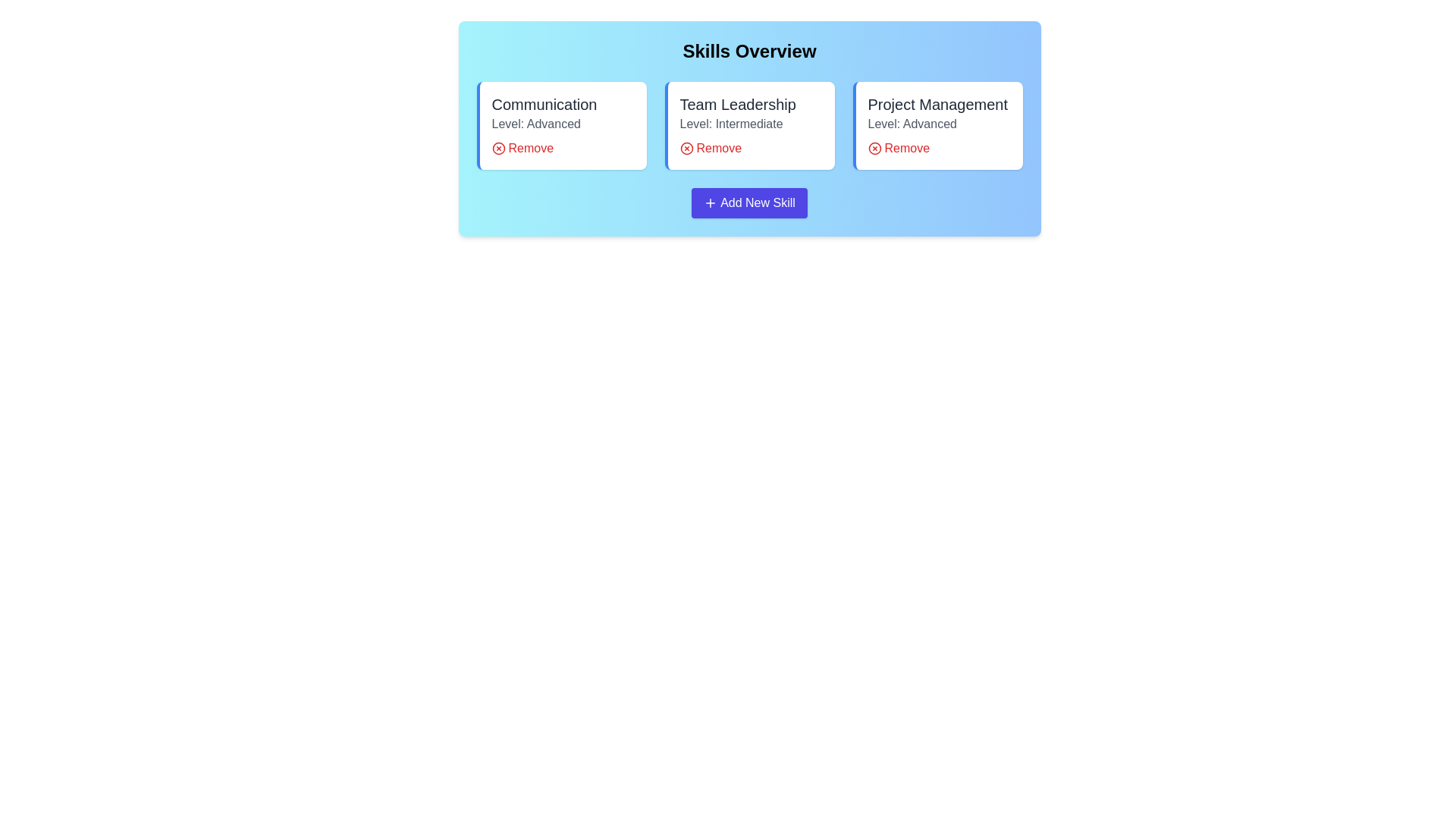  What do you see at coordinates (738, 104) in the screenshot?
I see `the skill name text for Team Leadership` at bounding box center [738, 104].